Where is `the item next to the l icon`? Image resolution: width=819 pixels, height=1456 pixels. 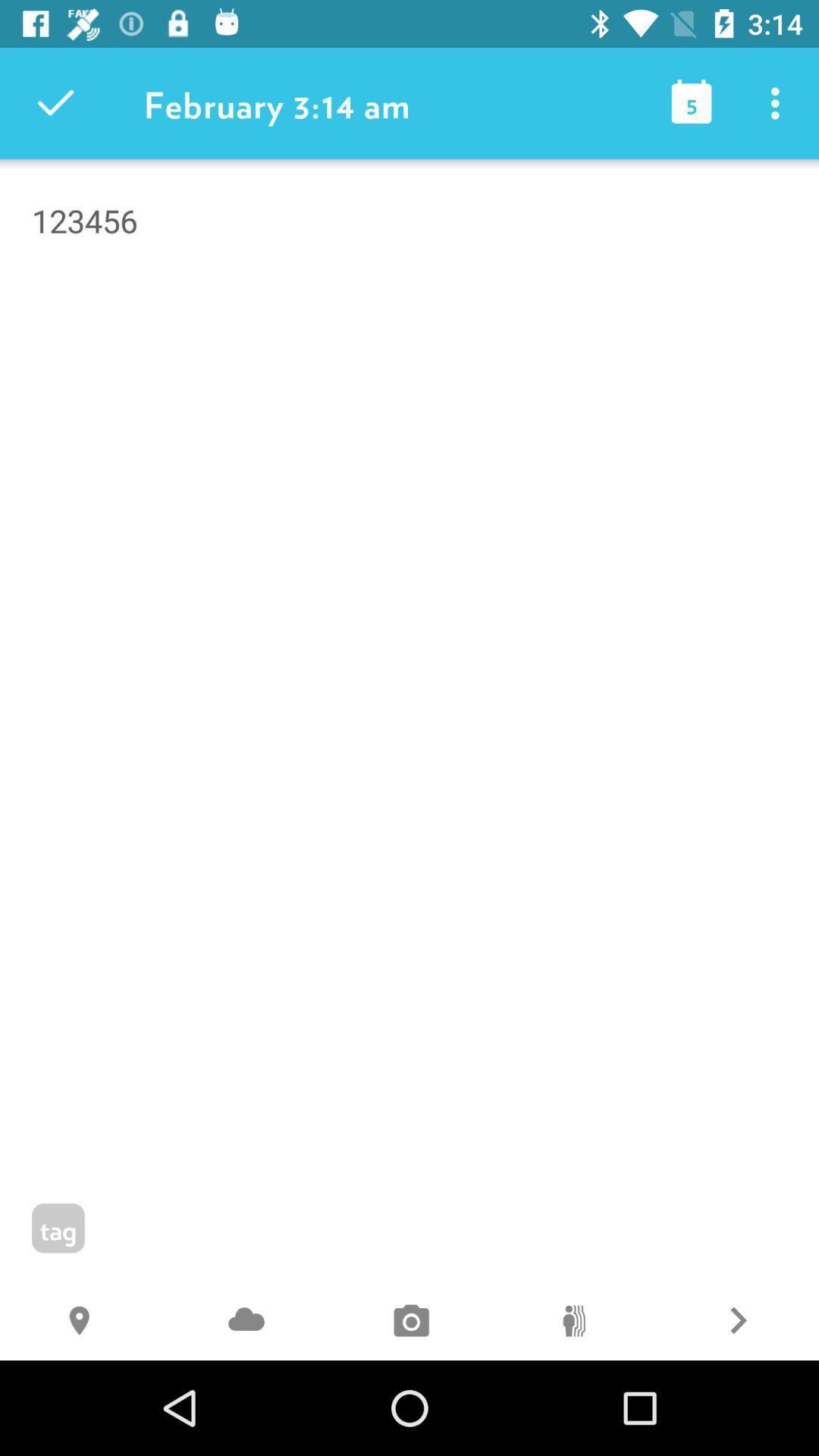
the item next to the l icon is located at coordinates (573, 1322).